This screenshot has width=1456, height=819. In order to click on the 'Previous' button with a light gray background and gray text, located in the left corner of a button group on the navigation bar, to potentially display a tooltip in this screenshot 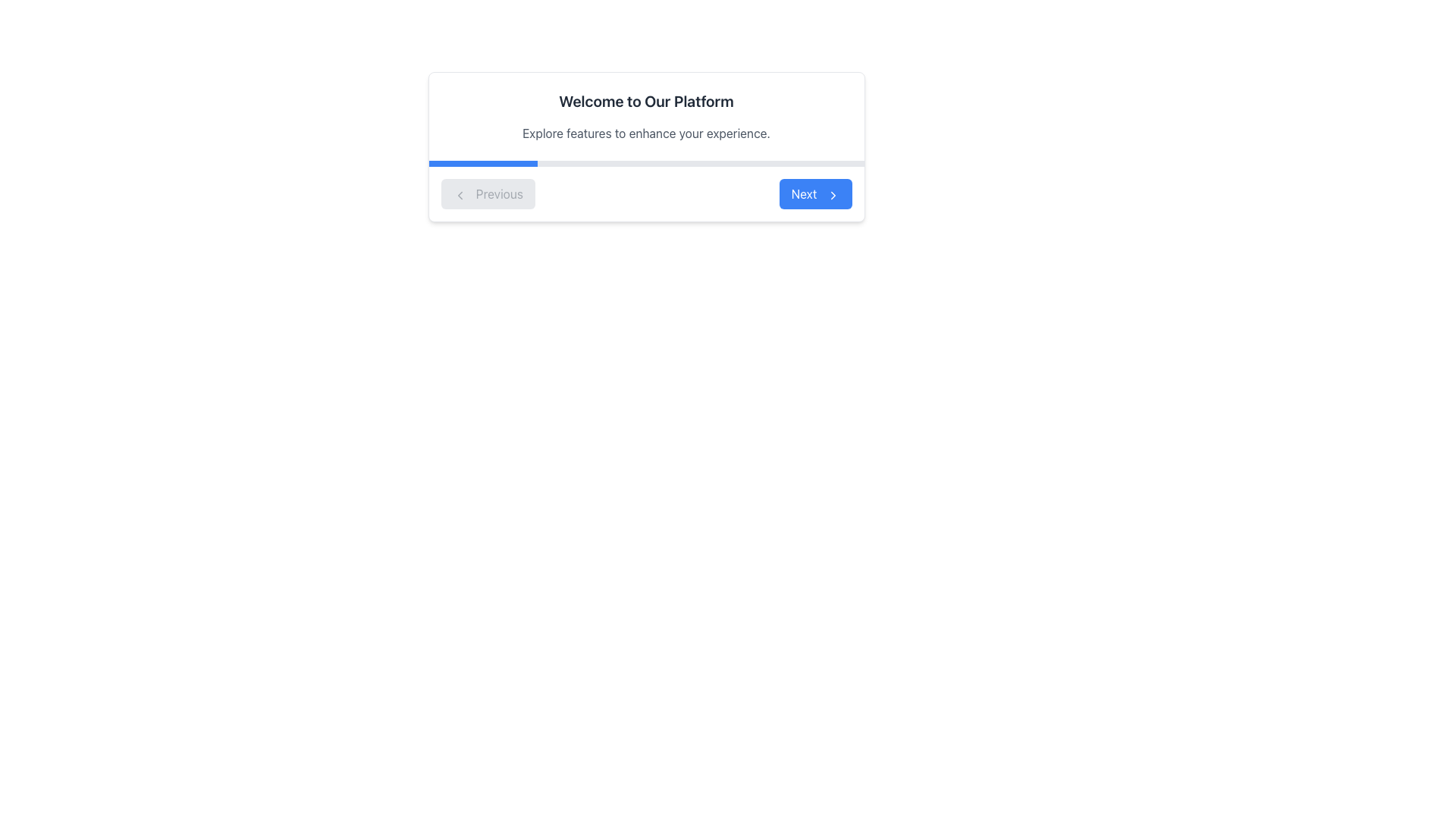, I will do `click(488, 193)`.